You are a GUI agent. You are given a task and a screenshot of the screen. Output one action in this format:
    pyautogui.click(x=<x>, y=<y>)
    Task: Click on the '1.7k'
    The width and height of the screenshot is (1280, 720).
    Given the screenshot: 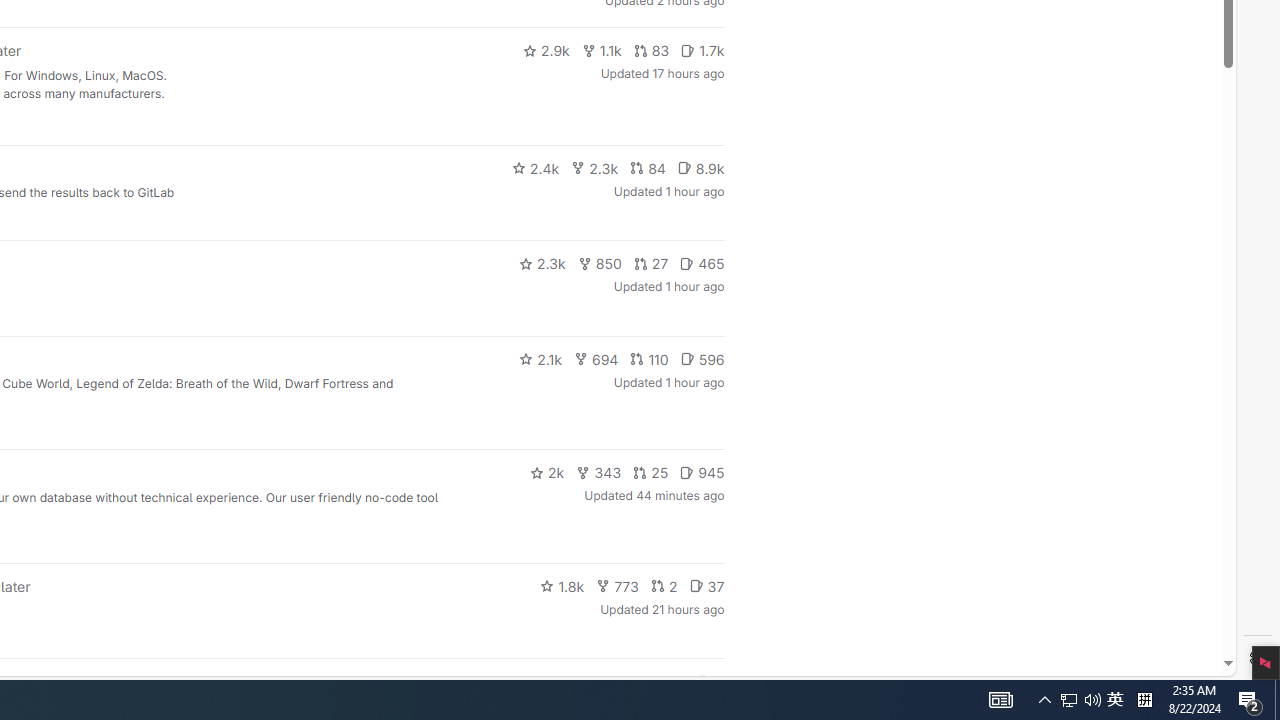 What is the action you would take?
    pyautogui.click(x=702, y=50)
    